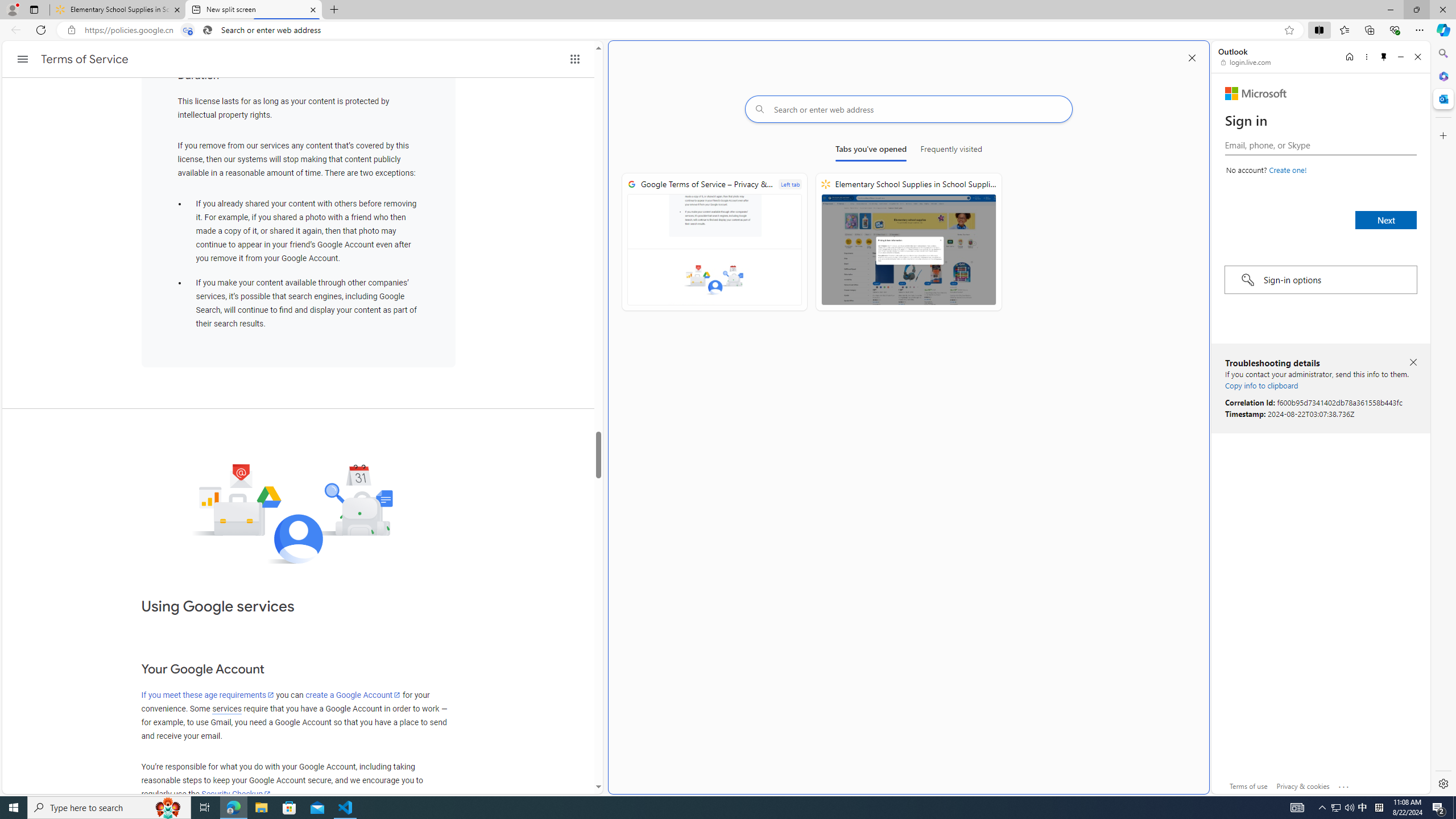  What do you see at coordinates (1416, 9) in the screenshot?
I see `'Restore'` at bounding box center [1416, 9].